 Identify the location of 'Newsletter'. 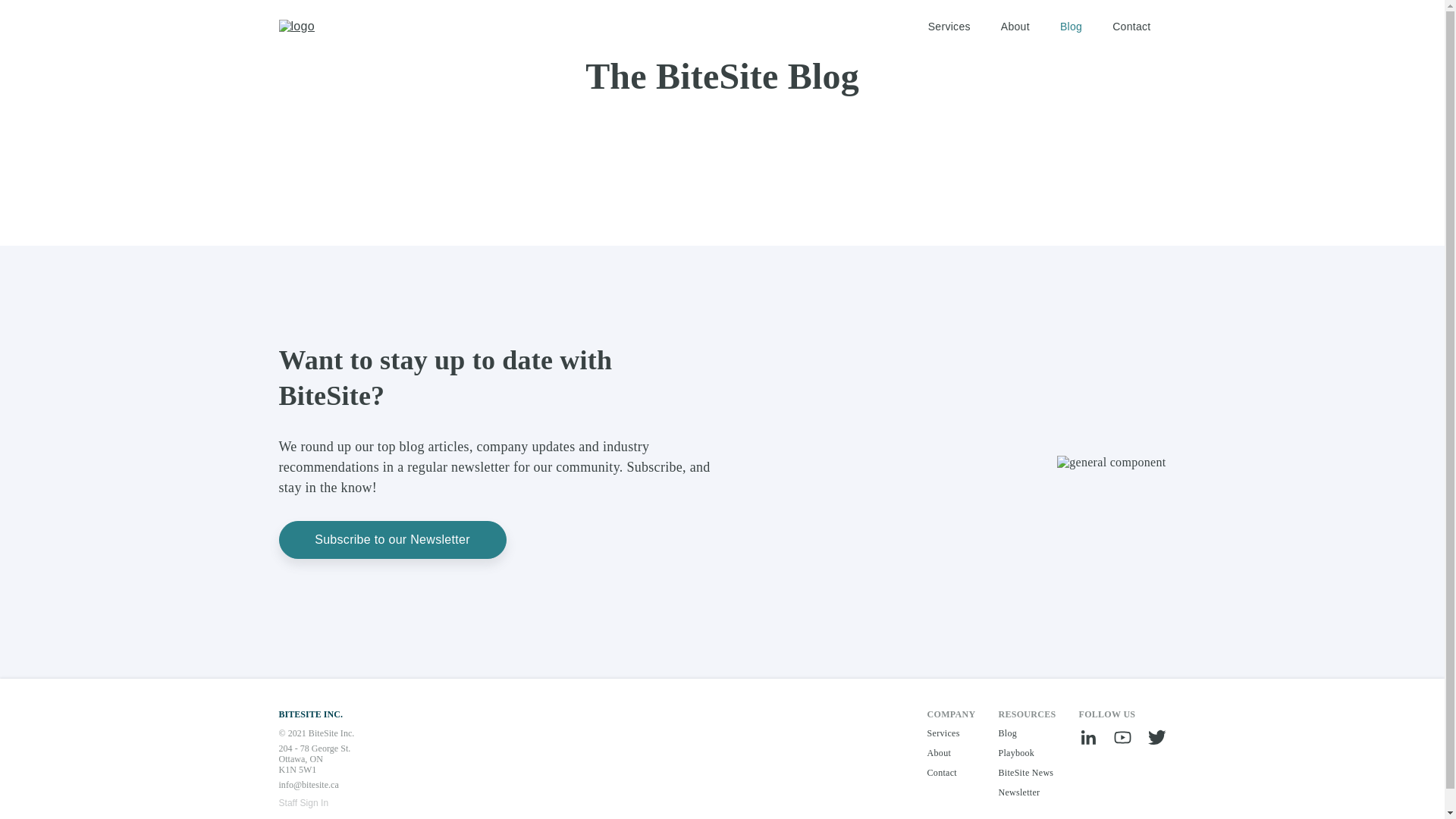
(1026, 792).